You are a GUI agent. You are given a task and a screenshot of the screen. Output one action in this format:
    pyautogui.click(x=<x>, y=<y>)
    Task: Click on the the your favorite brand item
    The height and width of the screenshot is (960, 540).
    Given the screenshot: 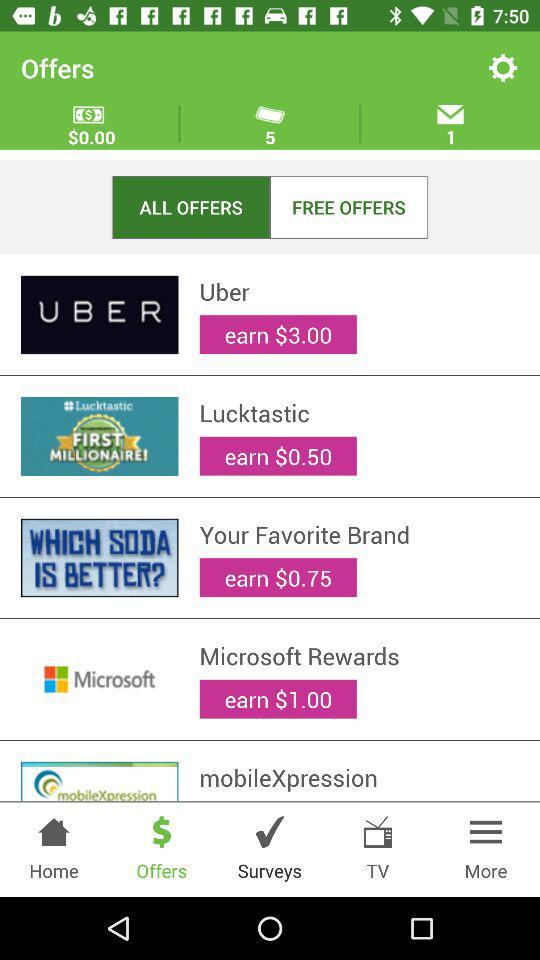 What is the action you would take?
    pyautogui.click(x=358, y=533)
    